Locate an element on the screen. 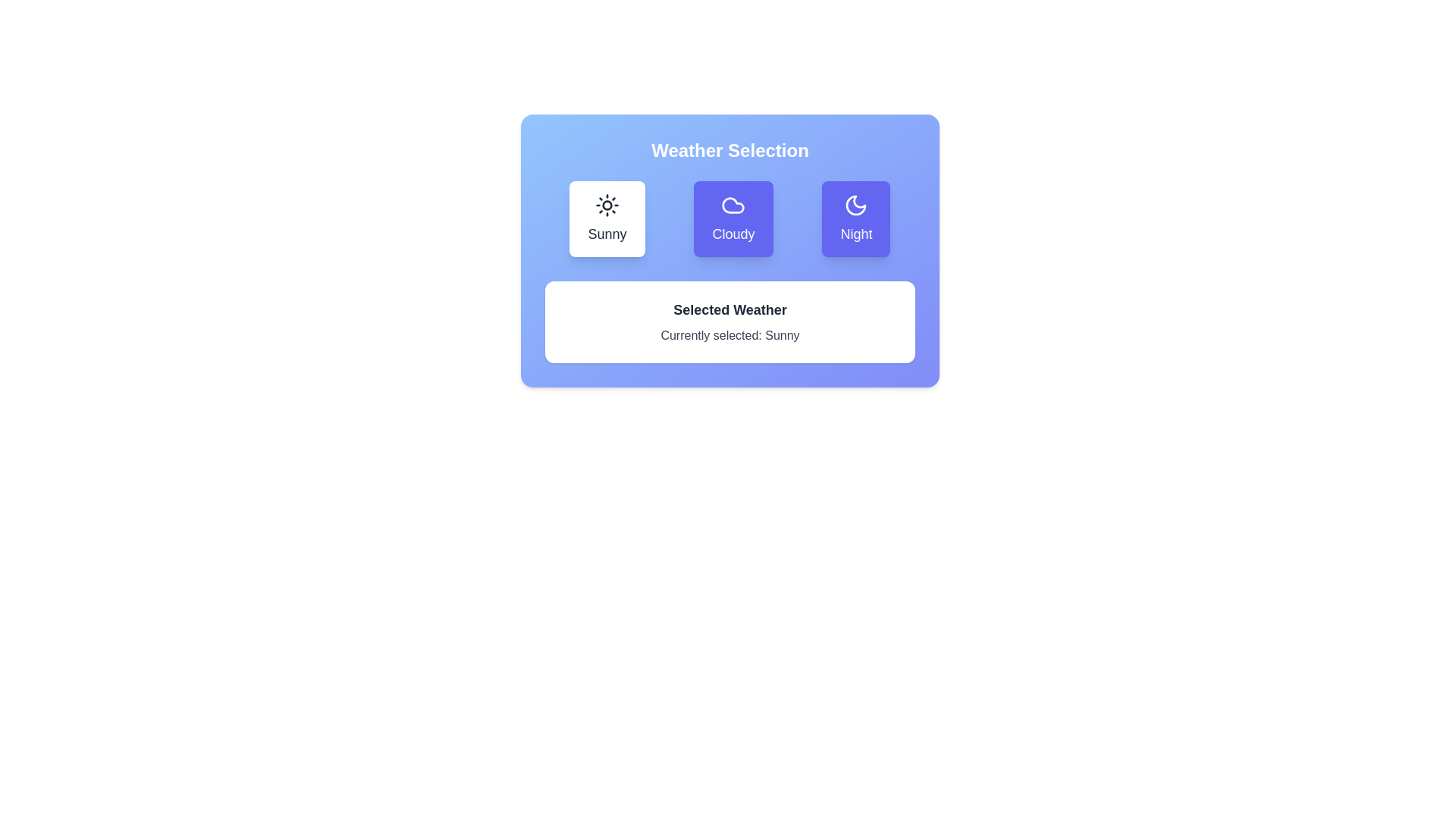  the text label element displaying 'Cloudy' in white color on a purple background, which is part of a clickable box for weather conditions is located at coordinates (733, 234).